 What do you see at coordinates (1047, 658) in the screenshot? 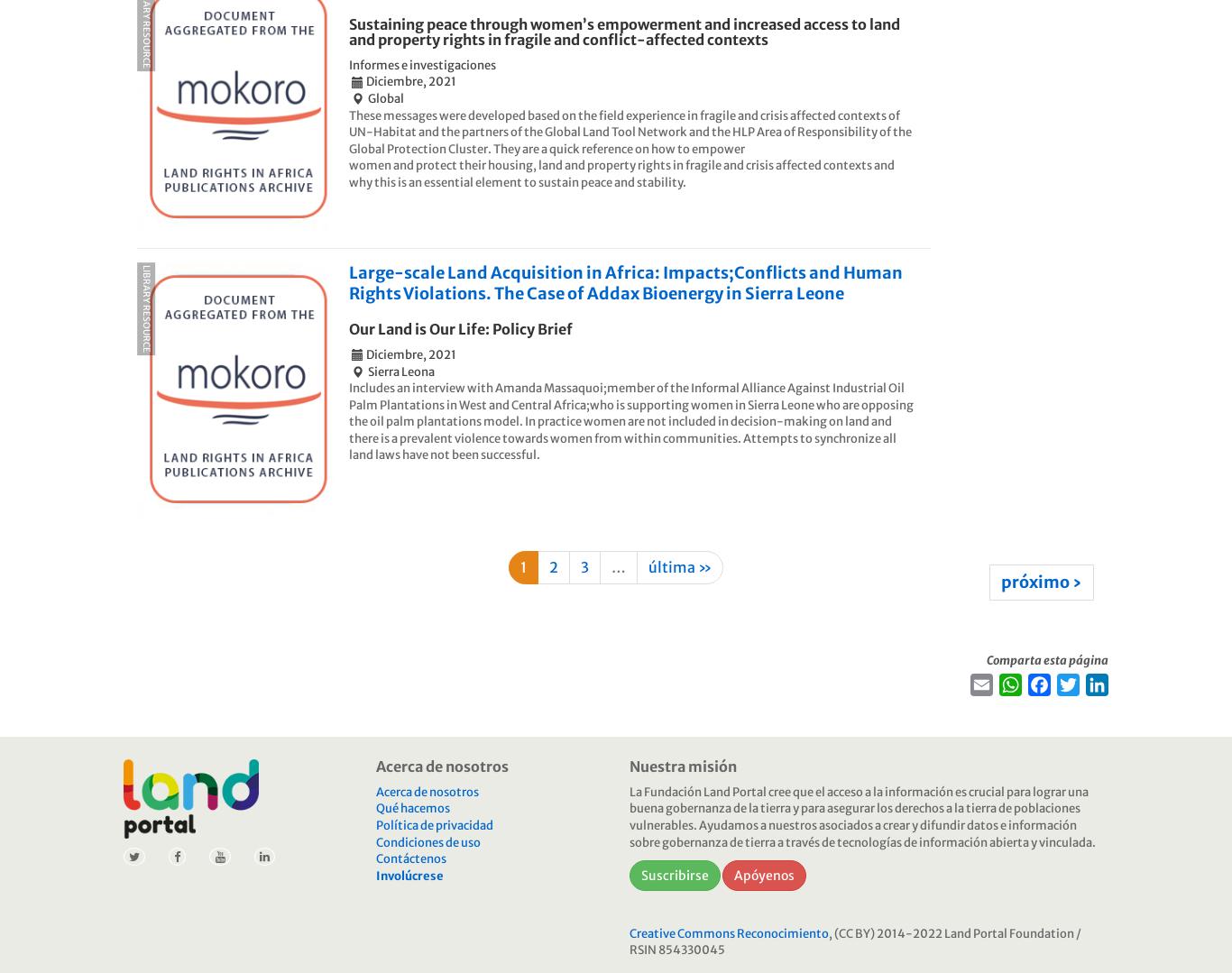
I see `'Comparta esta página'` at bounding box center [1047, 658].